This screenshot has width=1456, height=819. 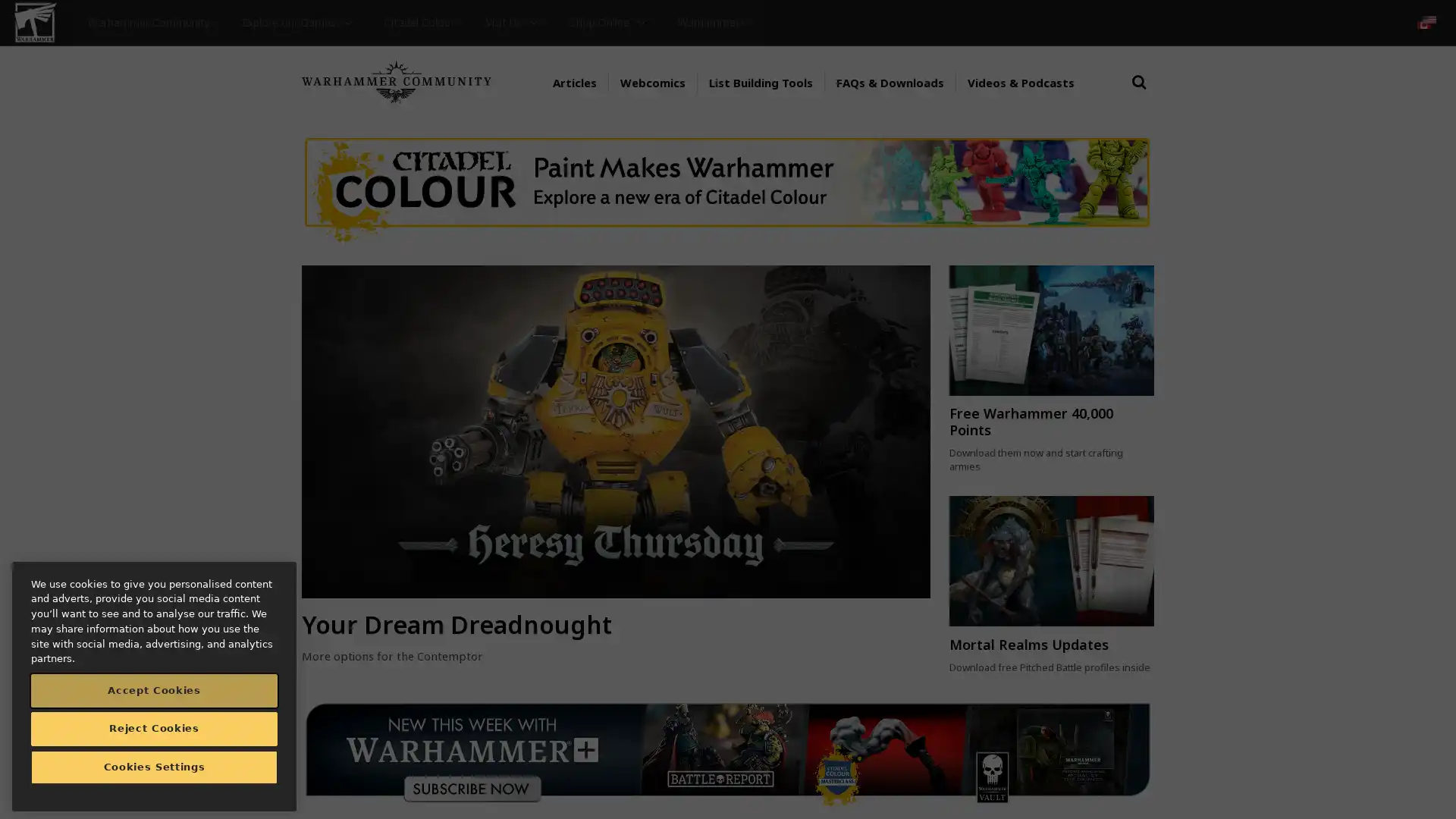 I want to click on Search, so click(x=1139, y=96).